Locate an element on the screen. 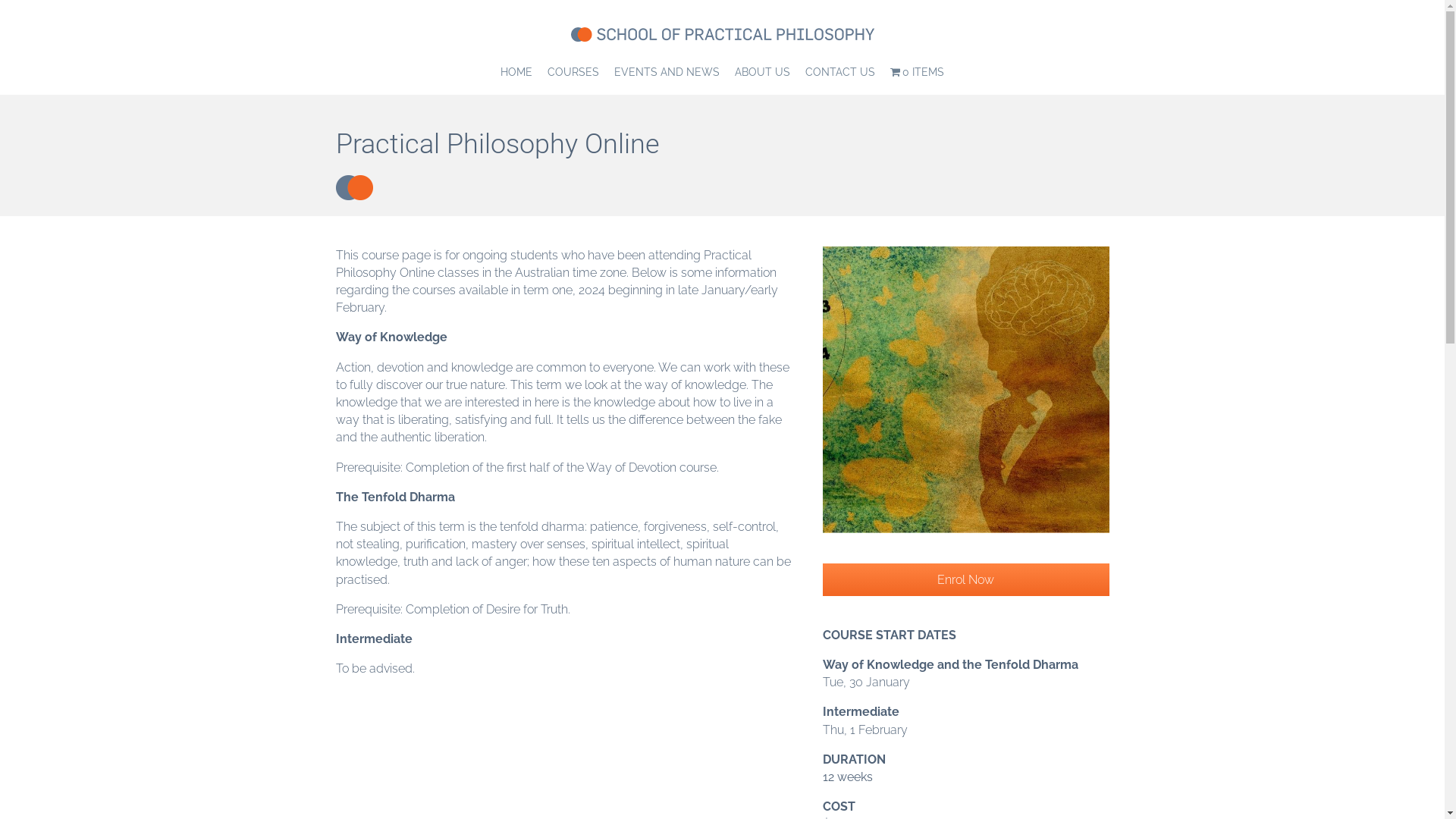 This screenshot has height=819, width=1456. 'COURSES' is located at coordinates (573, 72).